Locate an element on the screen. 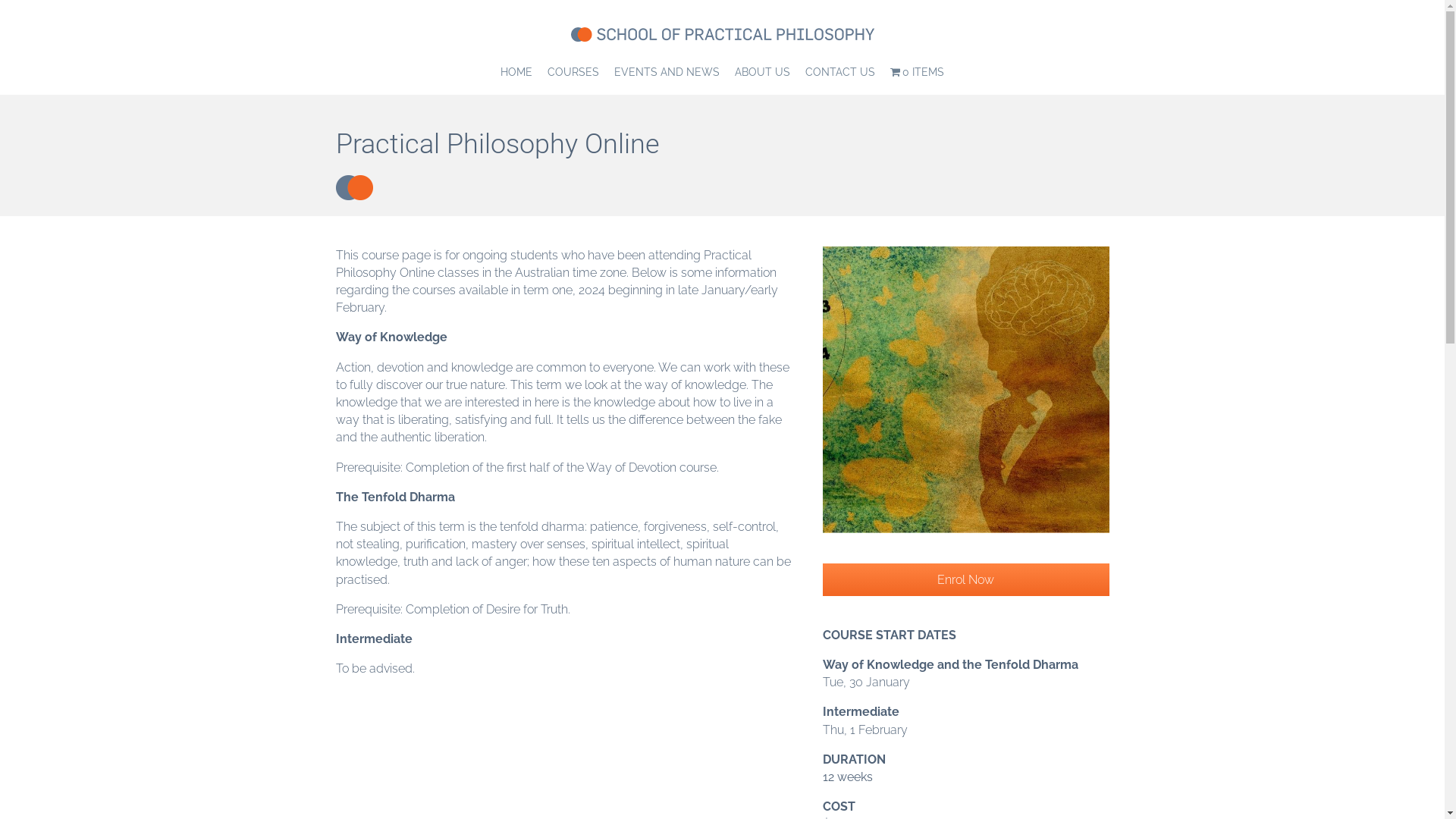 This screenshot has height=819, width=1456. 'COURSES' is located at coordinates (573, 72).